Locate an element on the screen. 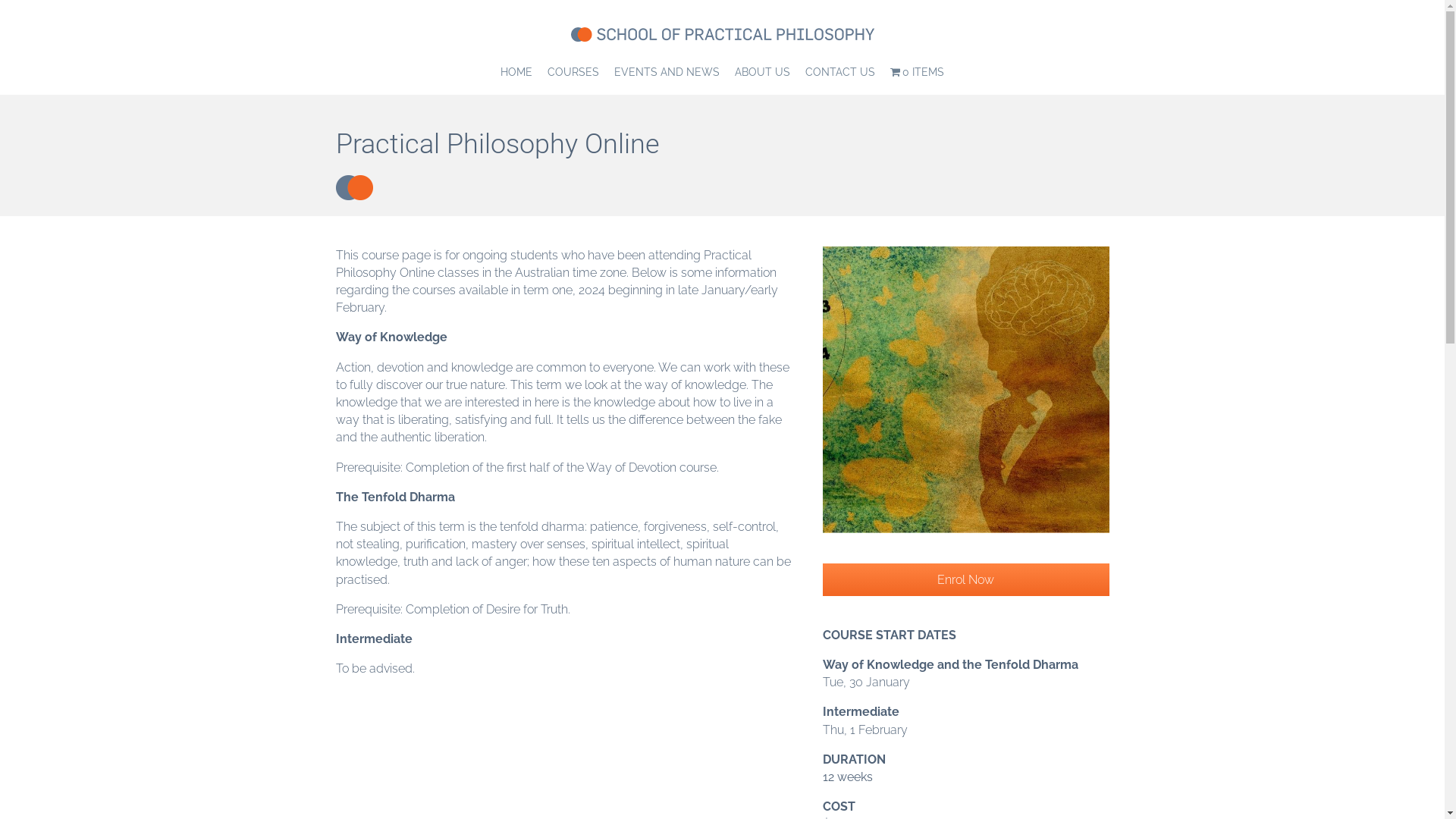 This screenshot has height=819, width=1456. 'COURSES' is located at coordinates (573, 72).